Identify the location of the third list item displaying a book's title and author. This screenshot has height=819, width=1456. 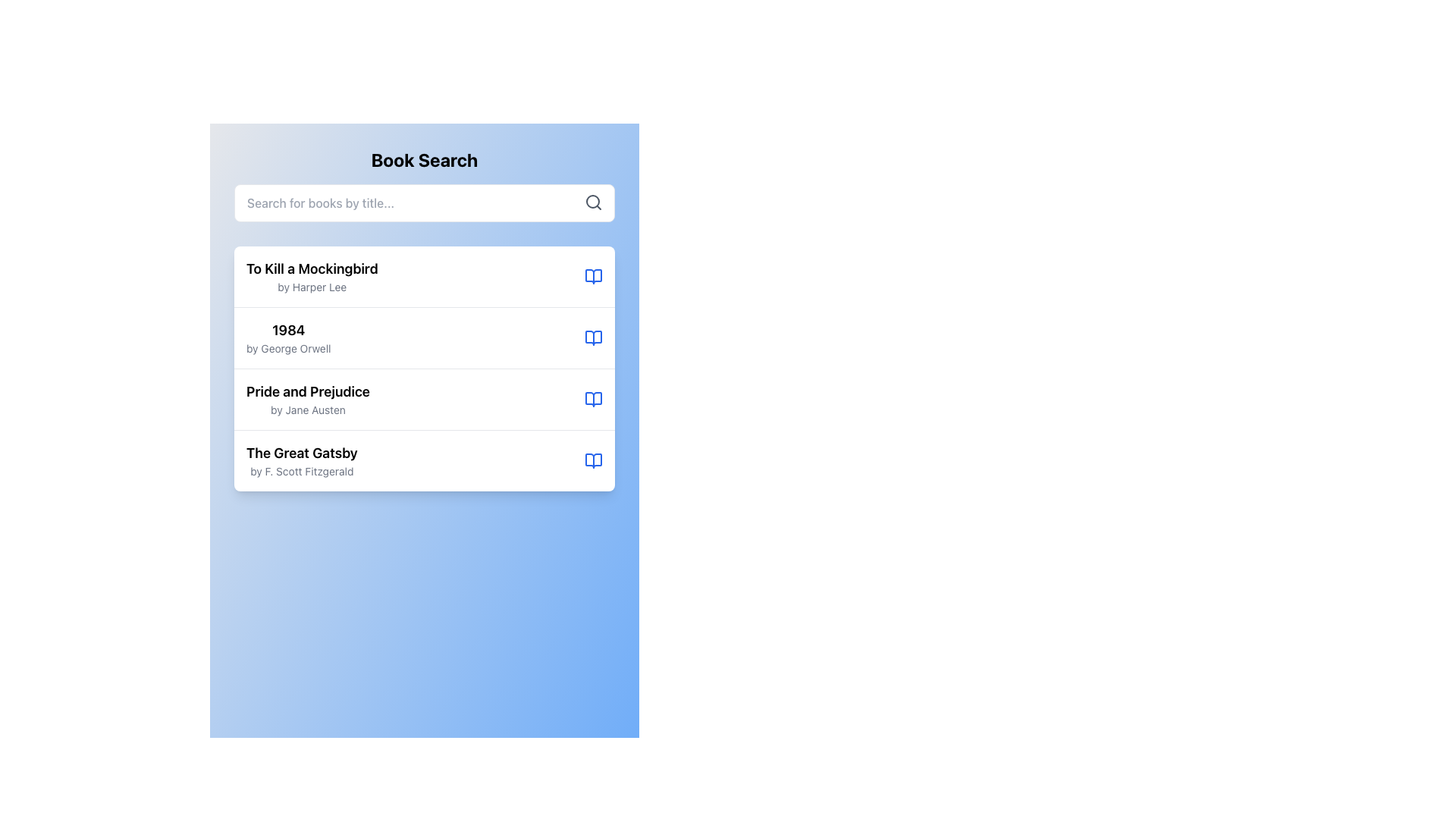
(425, 397).